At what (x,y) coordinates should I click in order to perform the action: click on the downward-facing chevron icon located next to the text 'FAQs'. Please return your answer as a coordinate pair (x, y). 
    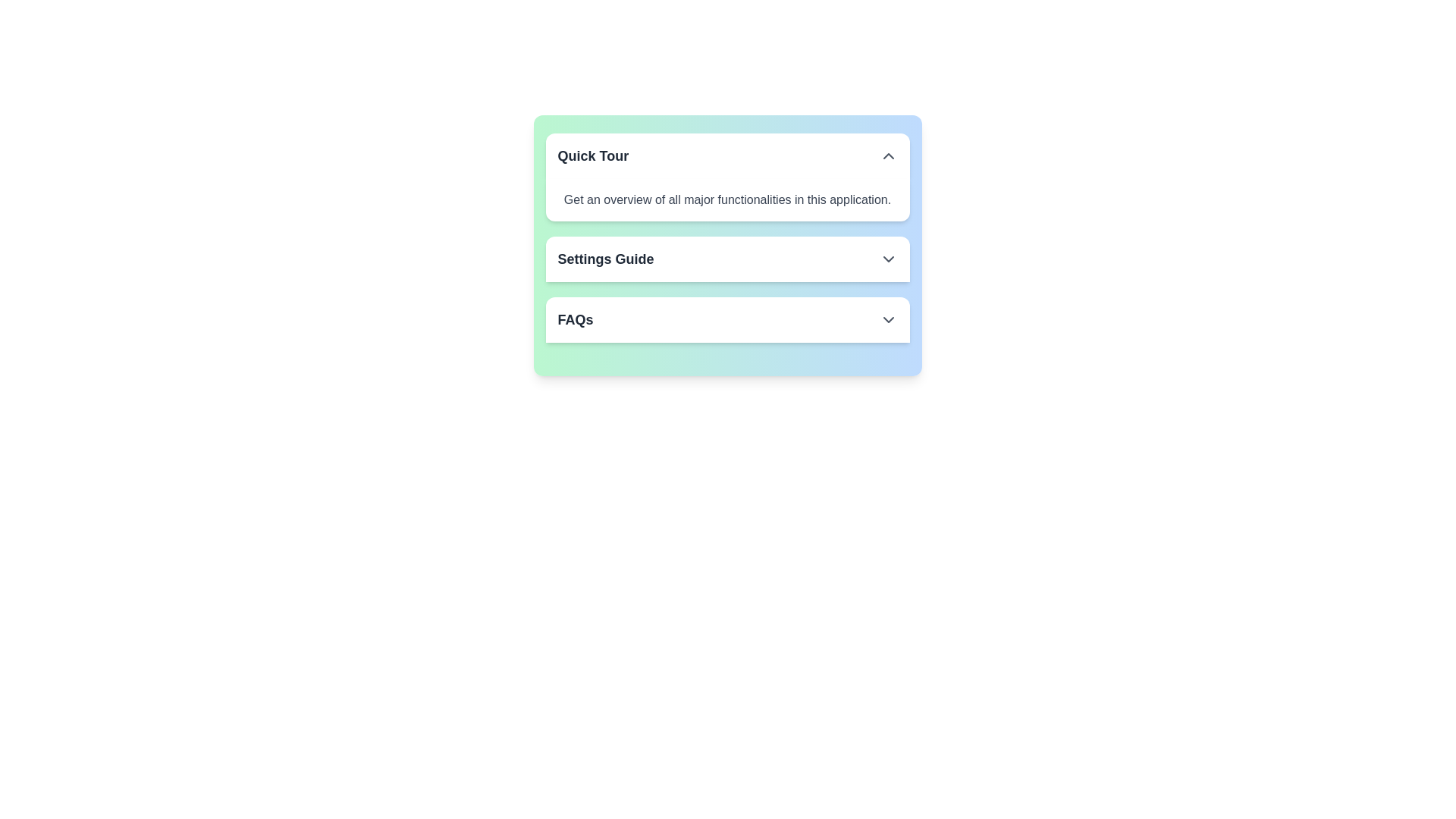
    Looking at the image, I should click on (888, 318).